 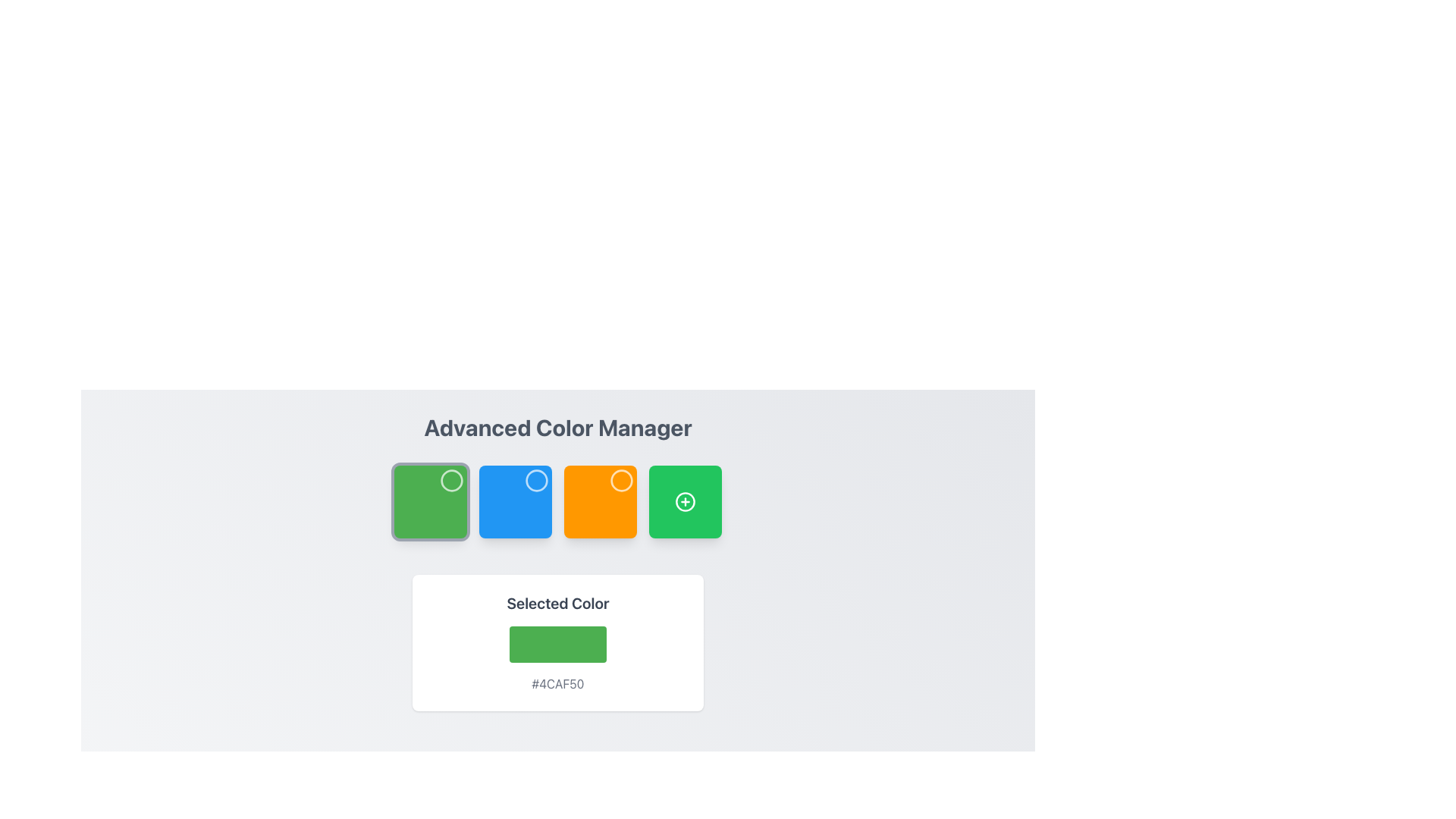 I want to click on the Circle icon located in the second green square tile from the left, positioned below the 'Advanced Color Manager' title and above the 'Selected Color' display box, so click(x=450, y=480).